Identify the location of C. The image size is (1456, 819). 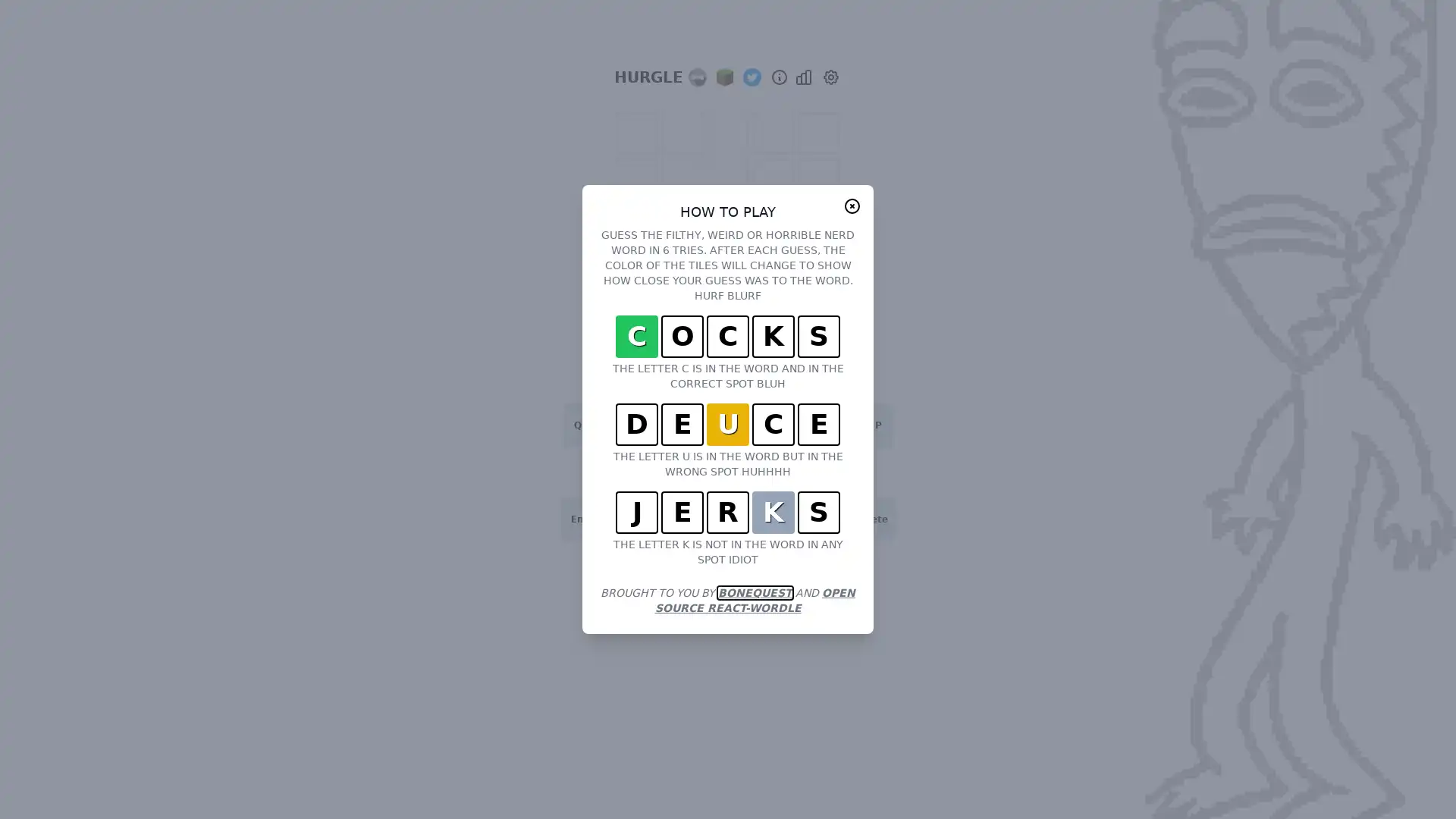
(694, 519).